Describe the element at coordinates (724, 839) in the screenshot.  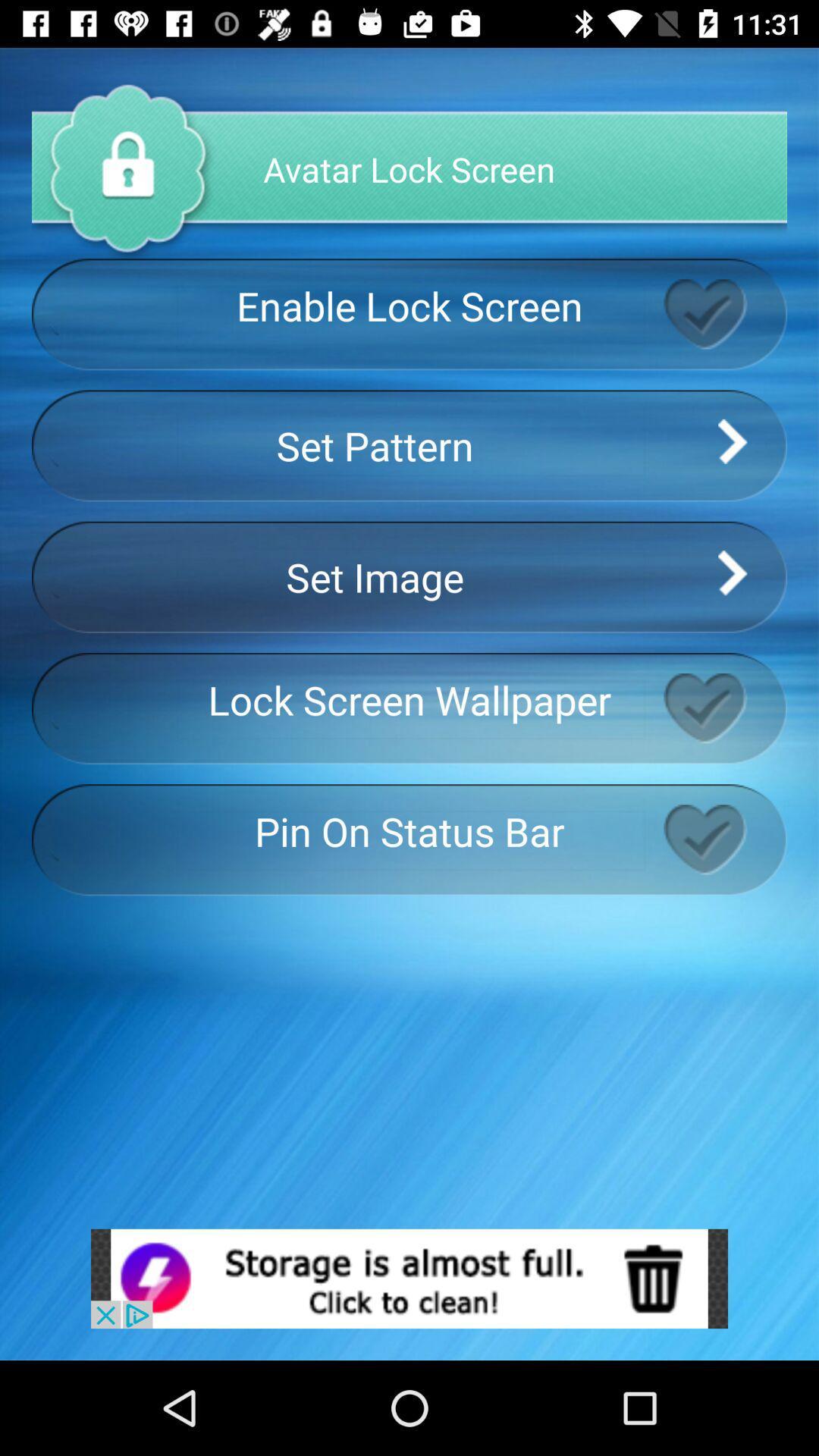
I see `enable feature` at that location.